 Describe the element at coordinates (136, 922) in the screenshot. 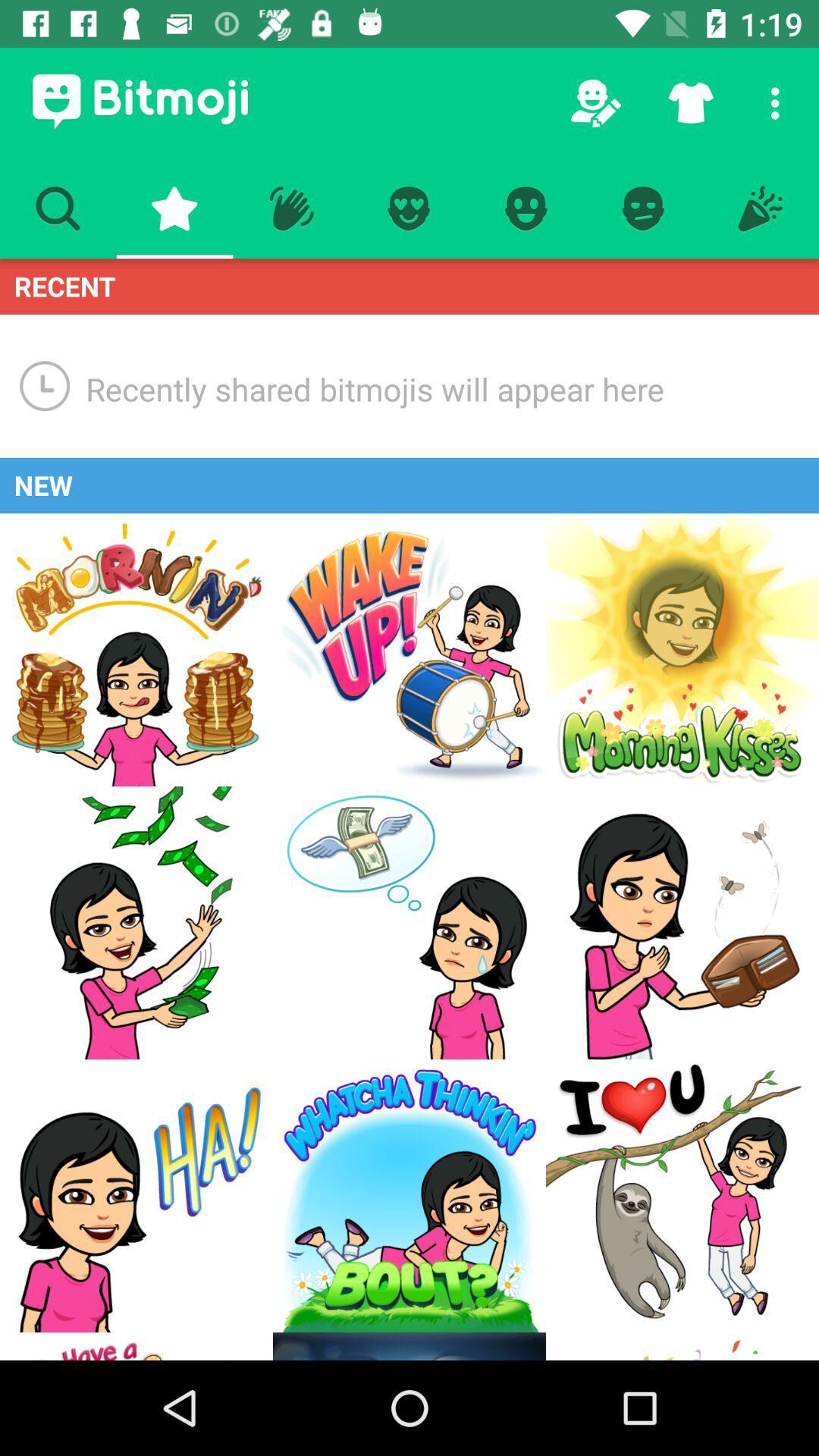

I see `see image` at that location.